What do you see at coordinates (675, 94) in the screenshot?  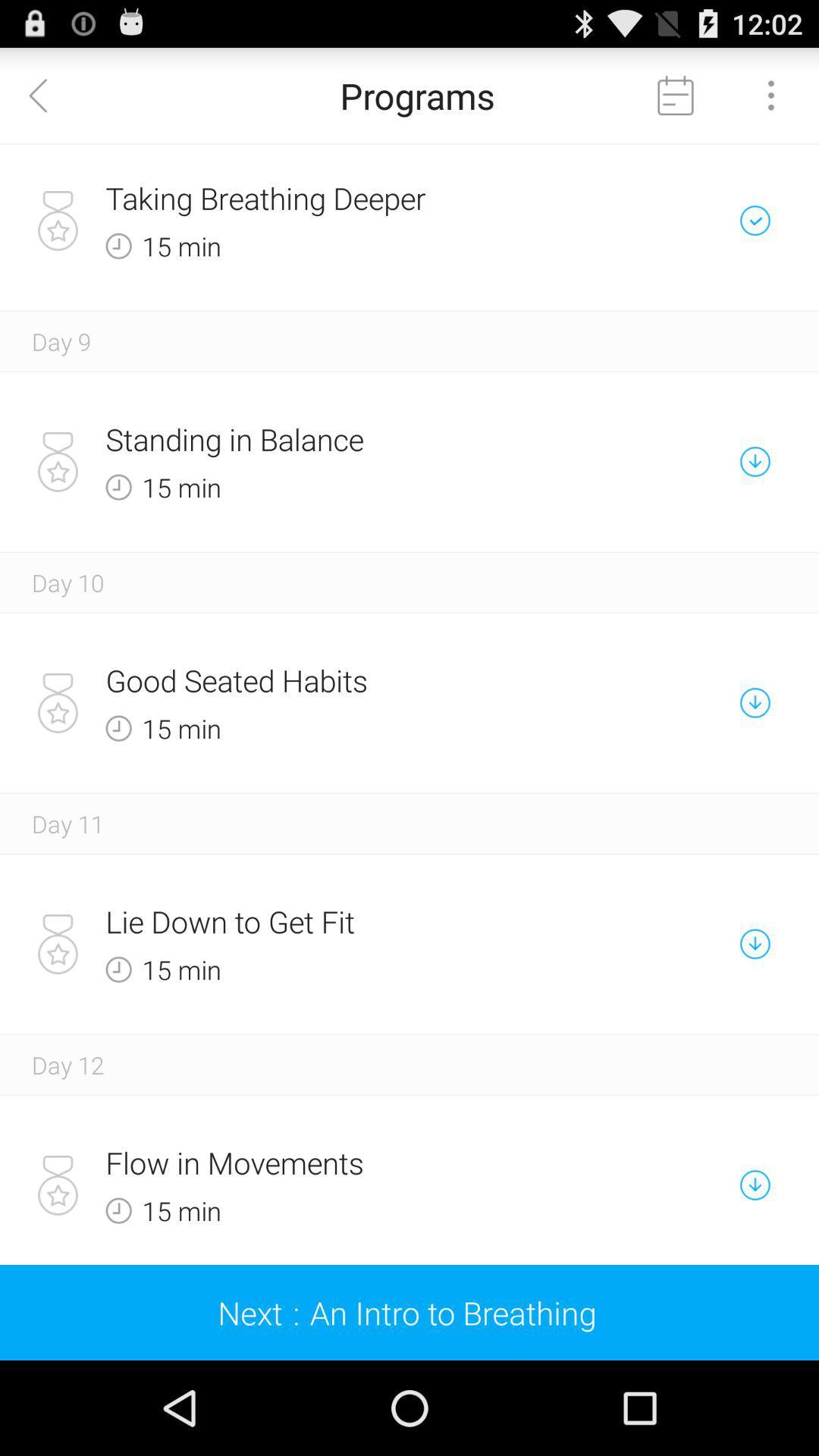 I see `calender` at bounding box center [675, 94].